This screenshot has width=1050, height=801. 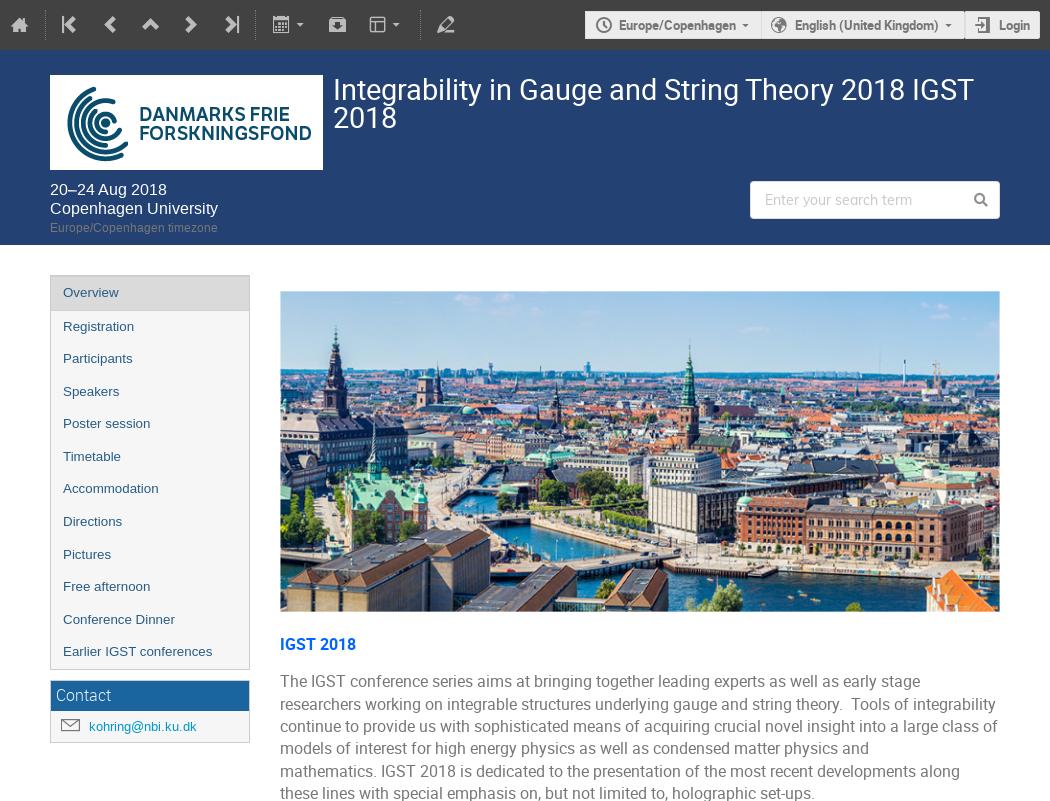 What do you see at coordinates (91, 455) in the screenshot?
I see `'Timetable'` at bounding box center [91, 455].